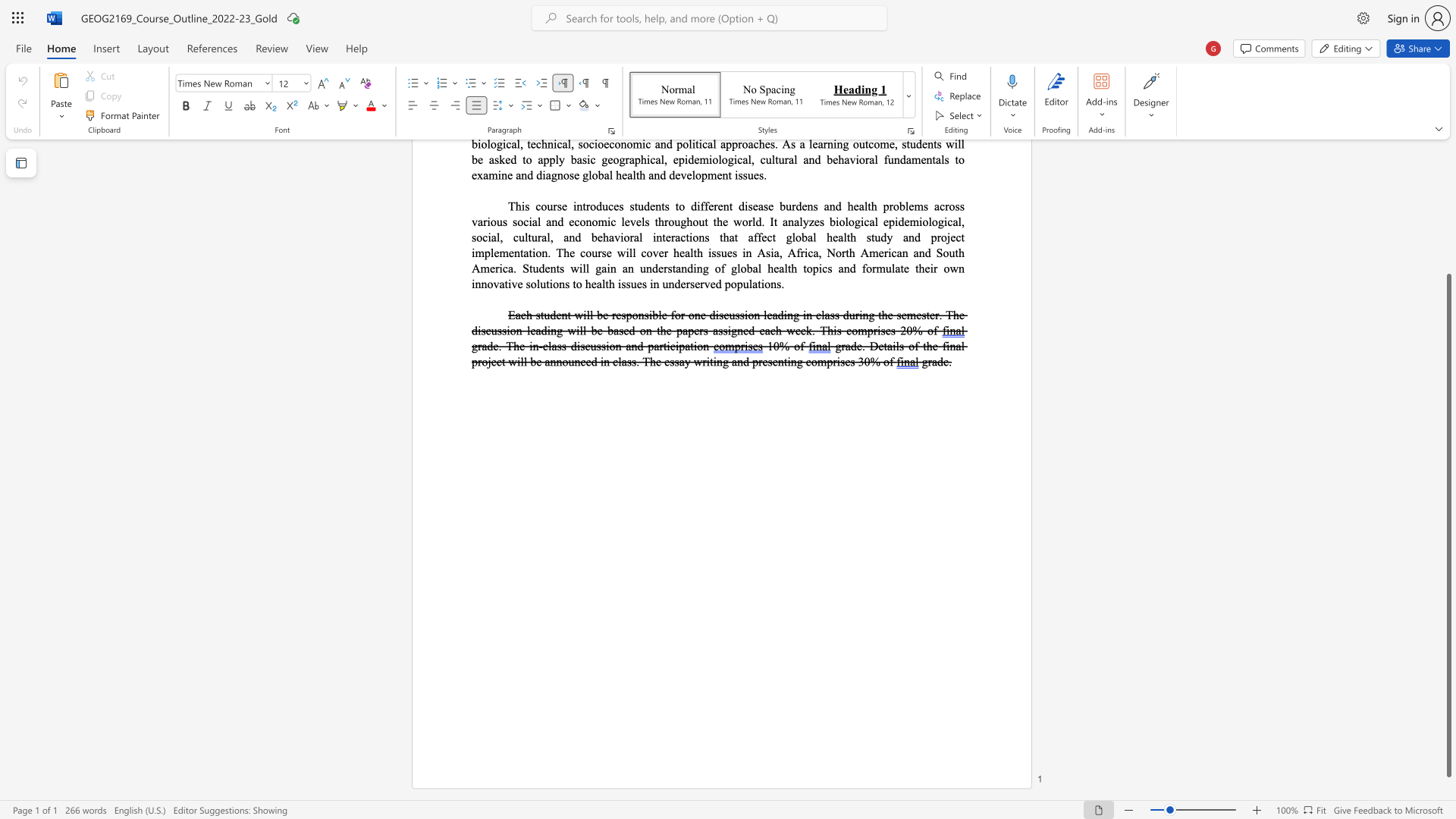  What do you see at coordinates (1448, 265) in the screenshot?
I see `the scrollbar on the right to shift the page higher` at bounding box center [1448, 265].